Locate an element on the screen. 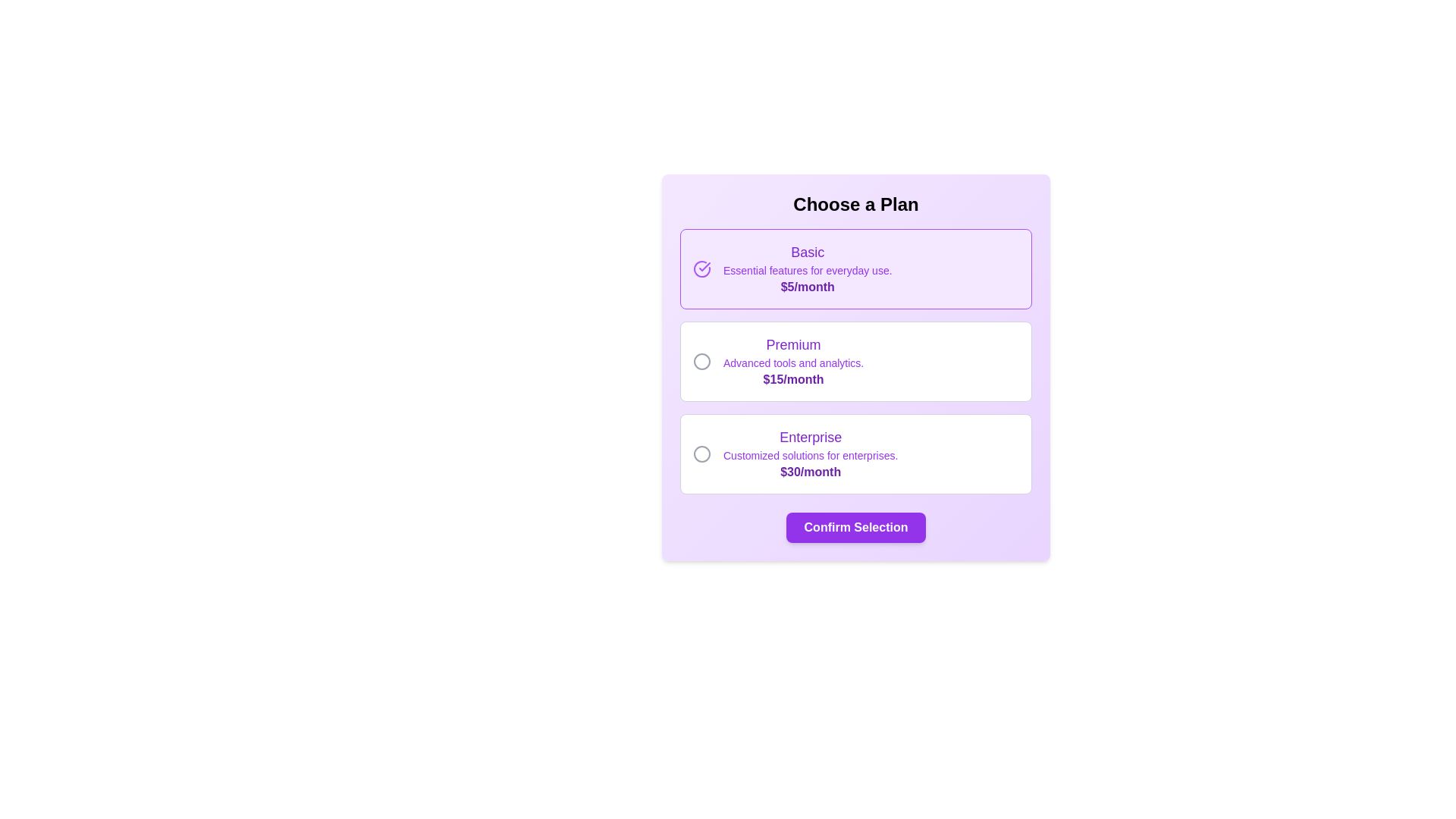  the hollow circle SVG element associated with the 'Enterprise' plan option is located at coordinates (701, 453).